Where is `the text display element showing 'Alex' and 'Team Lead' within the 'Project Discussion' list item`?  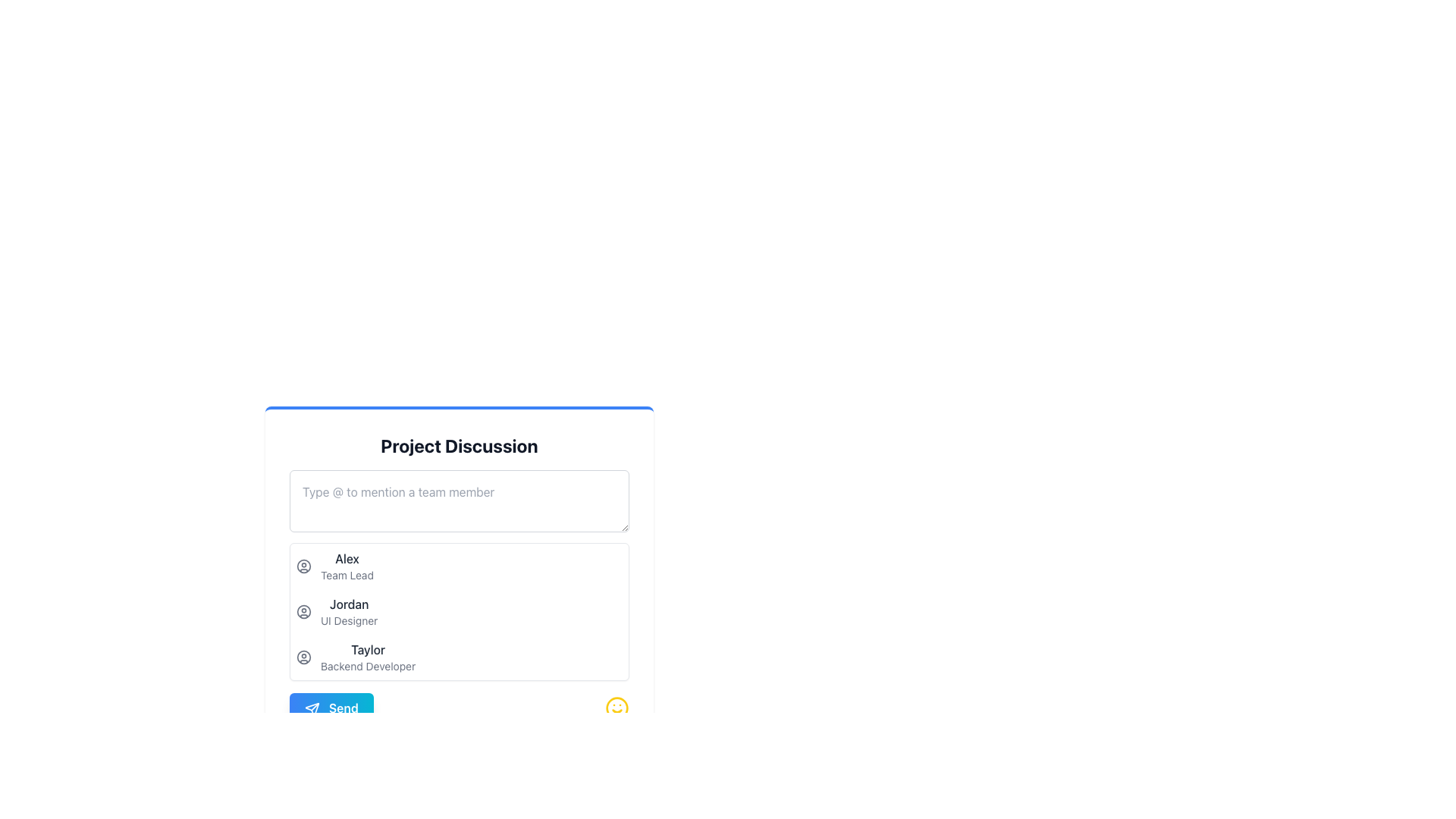
the text display element showing 'Alex' and 'Team Lead' within the 'Project Discussion' list item is located at coordinates (346, 566).